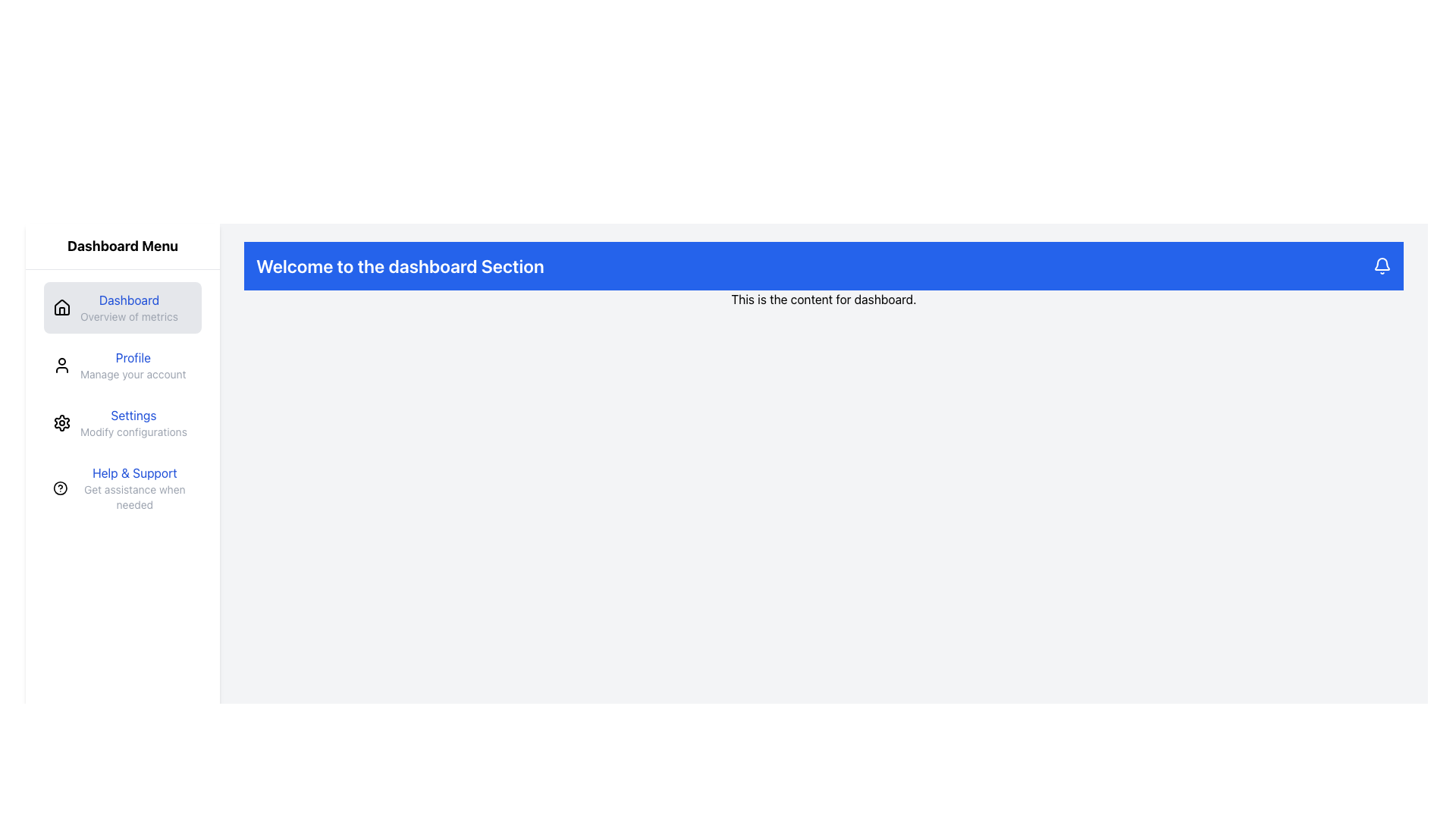 This screenshot has height=819, width=1456. What do you see at coordinates (133, 432) in the screenshot?
I see `text label that says 'Modify configurations', which is styled with a small font size and gray color, located below the 'Settings' label in the left-hand sidebar` at bounding box center [133, 432].